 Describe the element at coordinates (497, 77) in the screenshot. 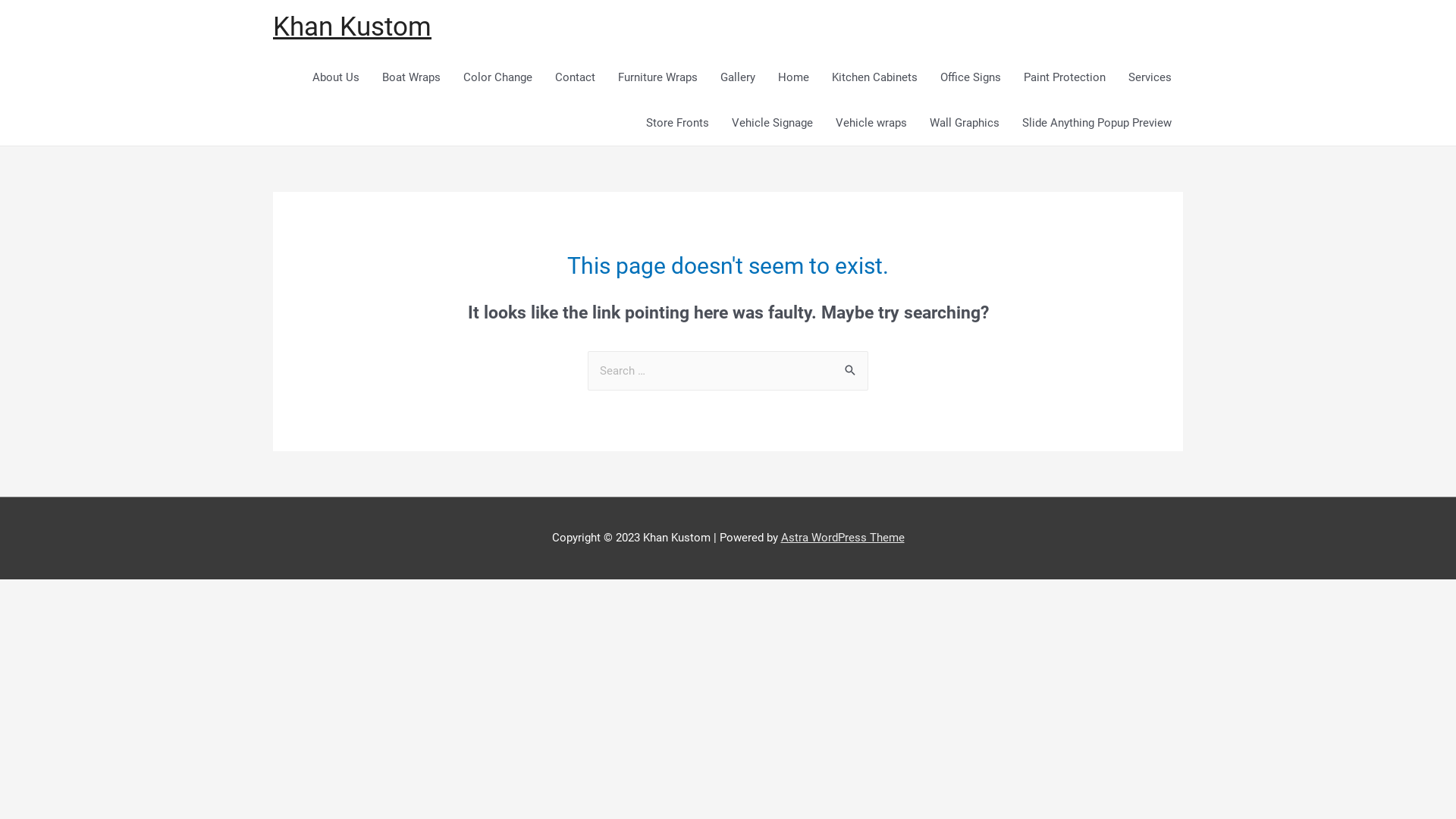

I see `'Color Change'` at that location.